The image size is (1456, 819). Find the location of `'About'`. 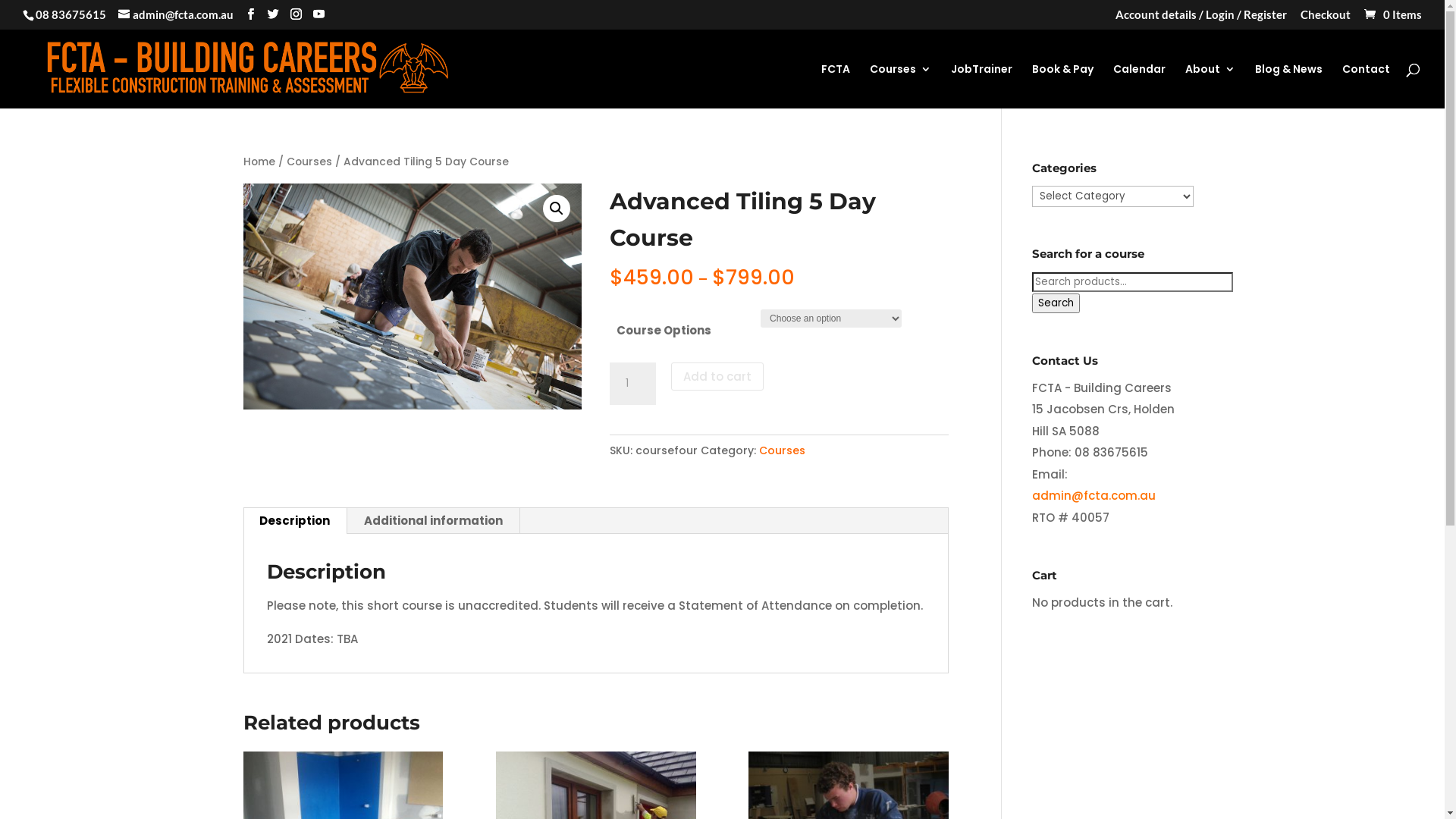

'About' is located at coordinates (1210, 86).